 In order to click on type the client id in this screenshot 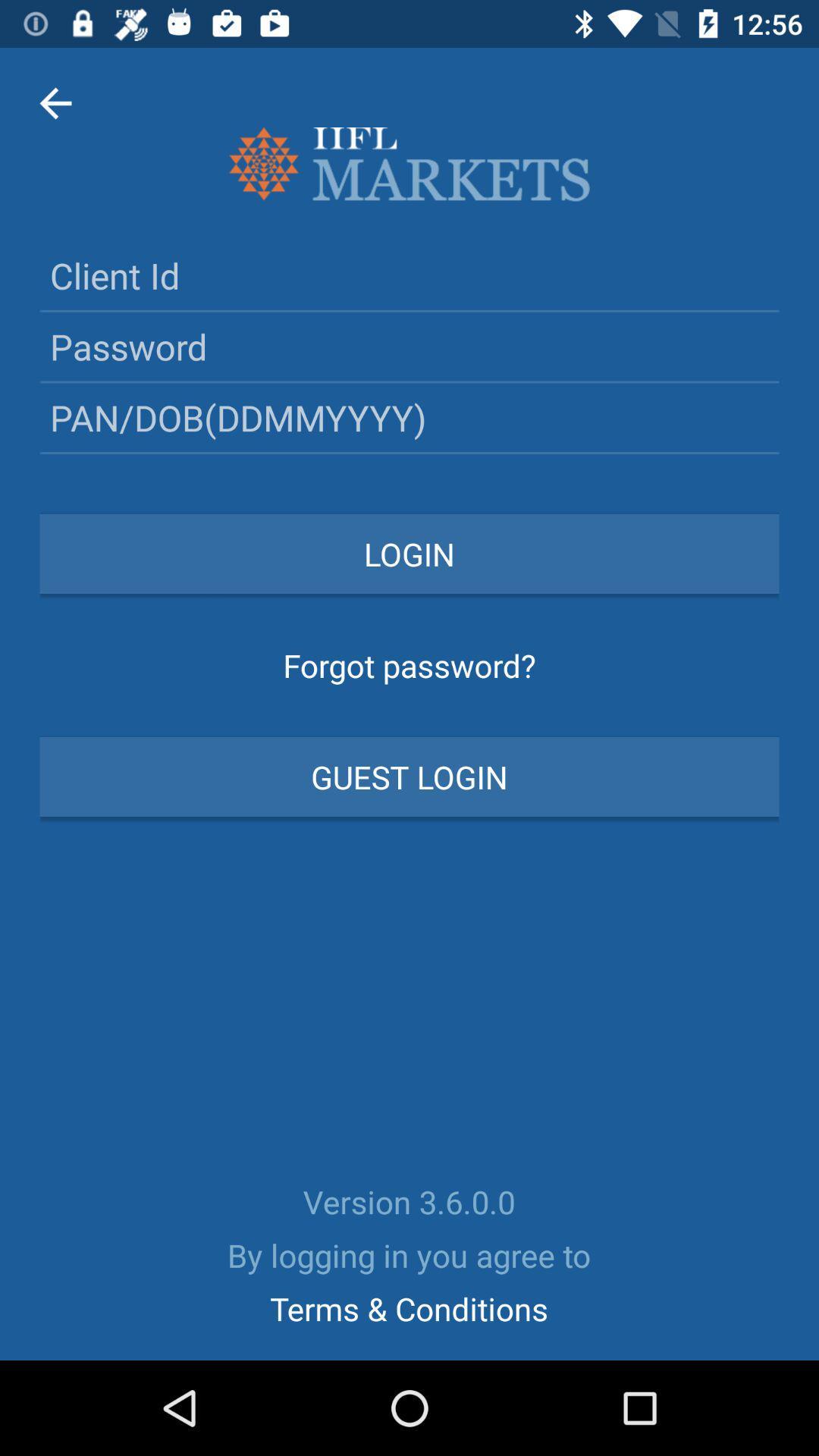, I will do `click(409, 275)`.